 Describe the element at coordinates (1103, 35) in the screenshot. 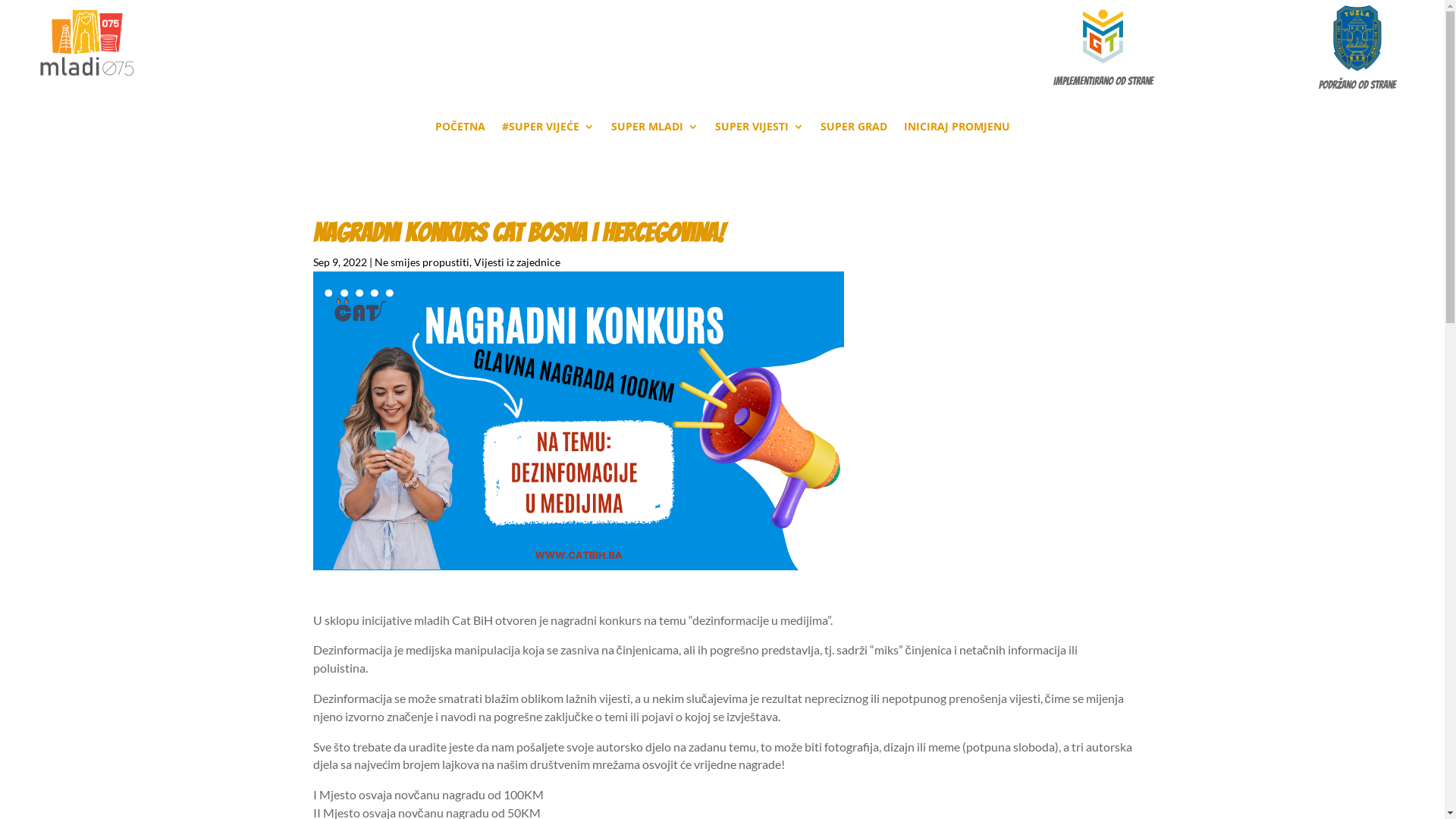

I see `'gvt-logo'` at that location.